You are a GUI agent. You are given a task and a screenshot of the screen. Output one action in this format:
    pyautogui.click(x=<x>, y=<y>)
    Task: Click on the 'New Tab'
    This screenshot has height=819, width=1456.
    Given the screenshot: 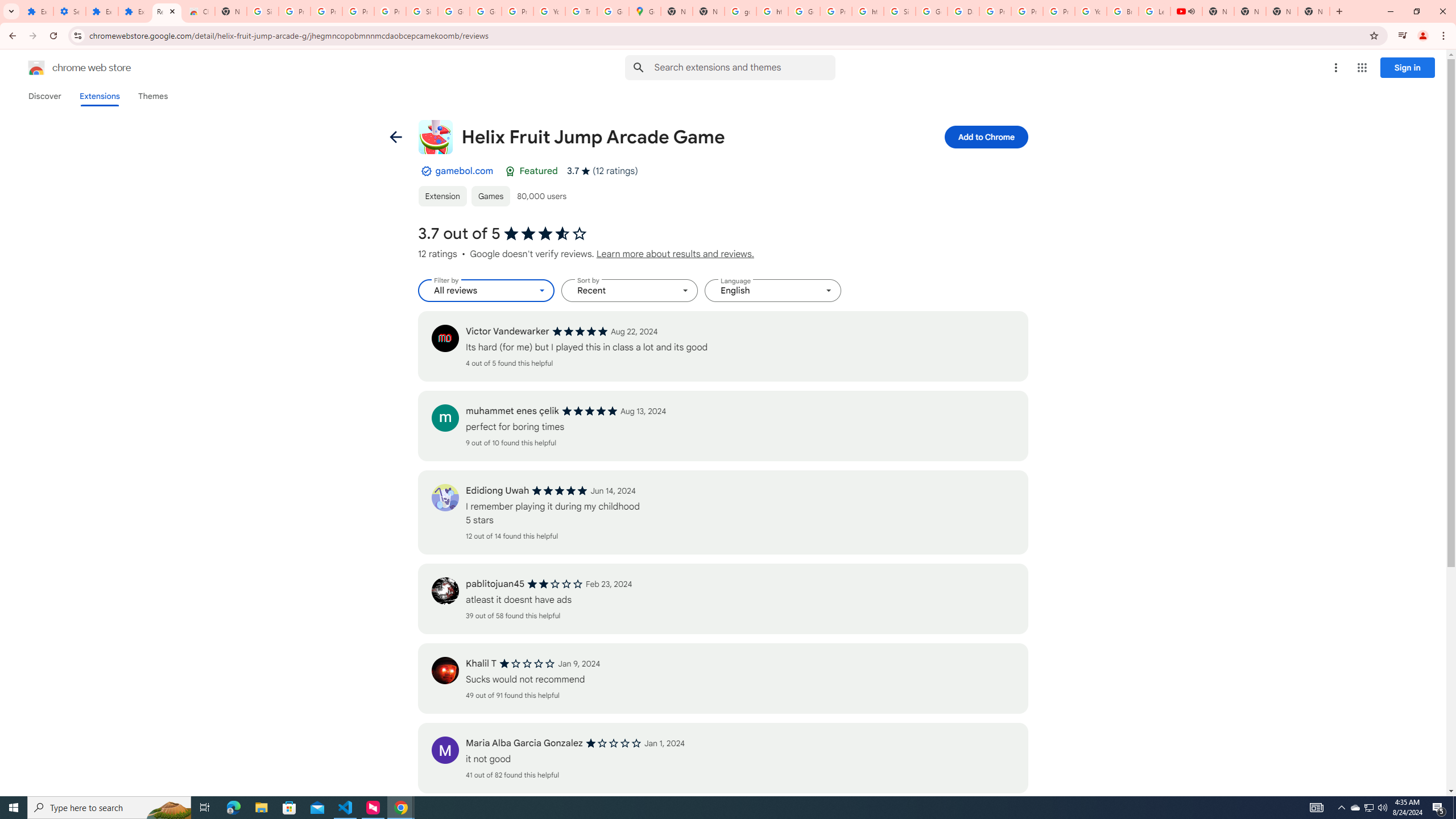 What is the action you would take?
    pyautogui.click(x=1314, y=11)
    